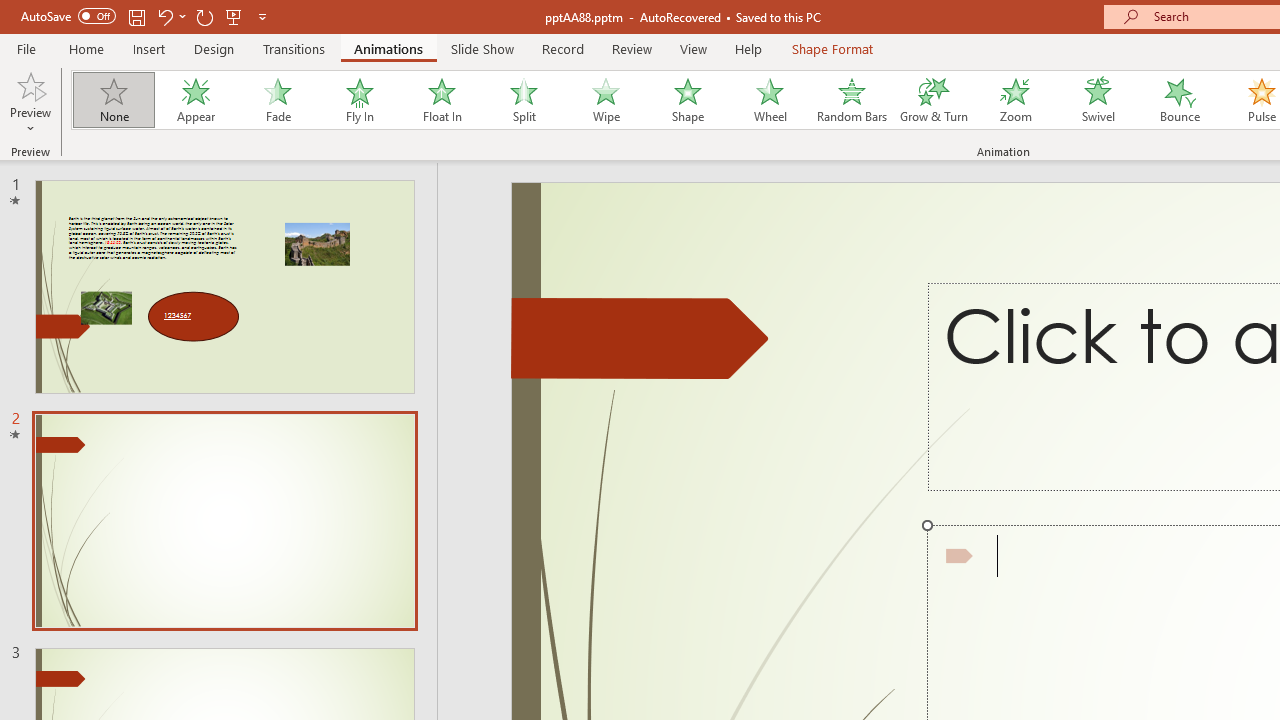  What do you see at coordinates (195, 100) in the screenshot?
I see `'Appear'` at bounding box center [195, 100].